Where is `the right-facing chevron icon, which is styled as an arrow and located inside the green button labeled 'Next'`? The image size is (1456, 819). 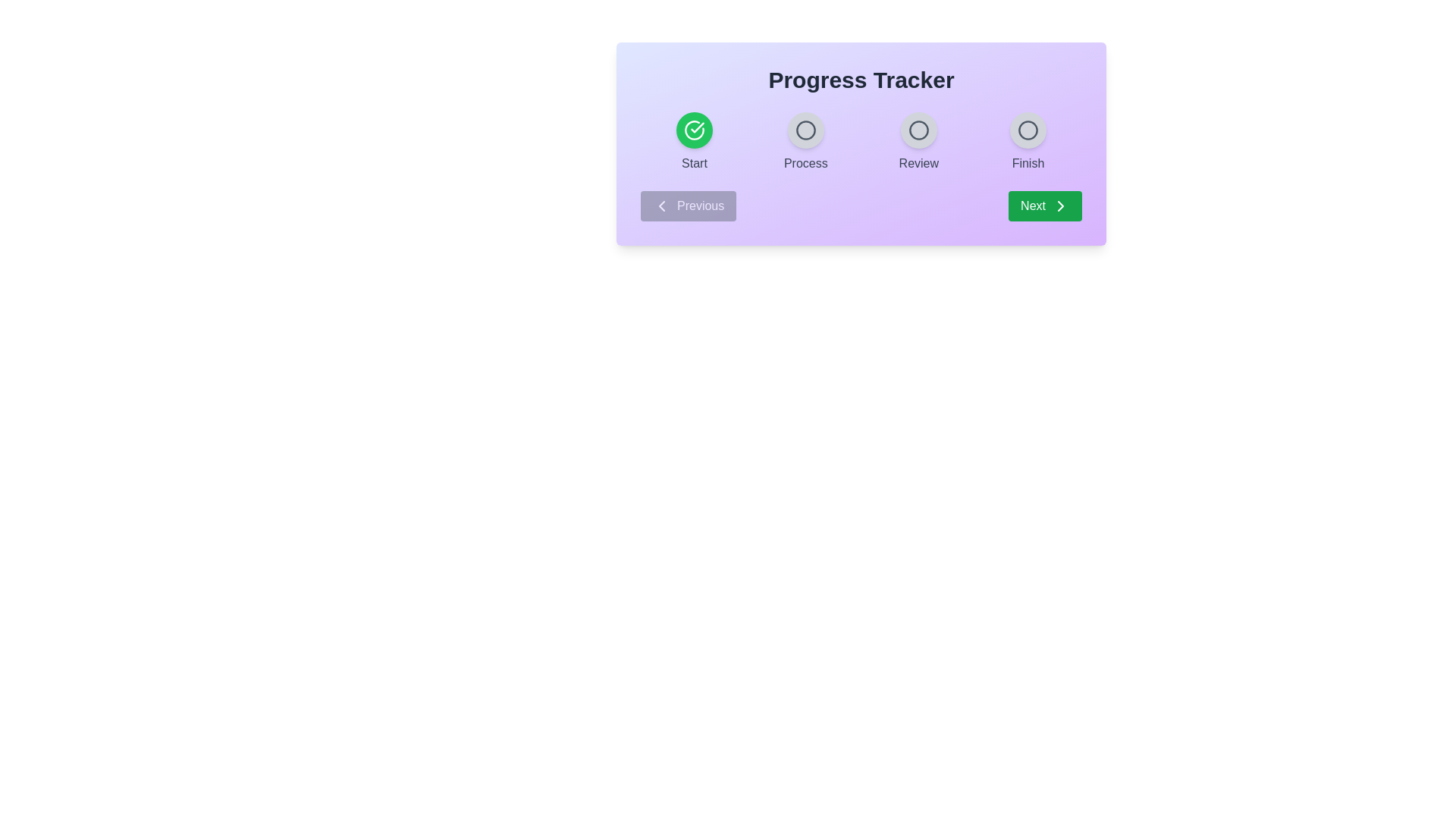
the right-facing chevron icon, which is styled as an arrow and located inside the green button labeled 'Next' is located at coordinates (1059, 206).